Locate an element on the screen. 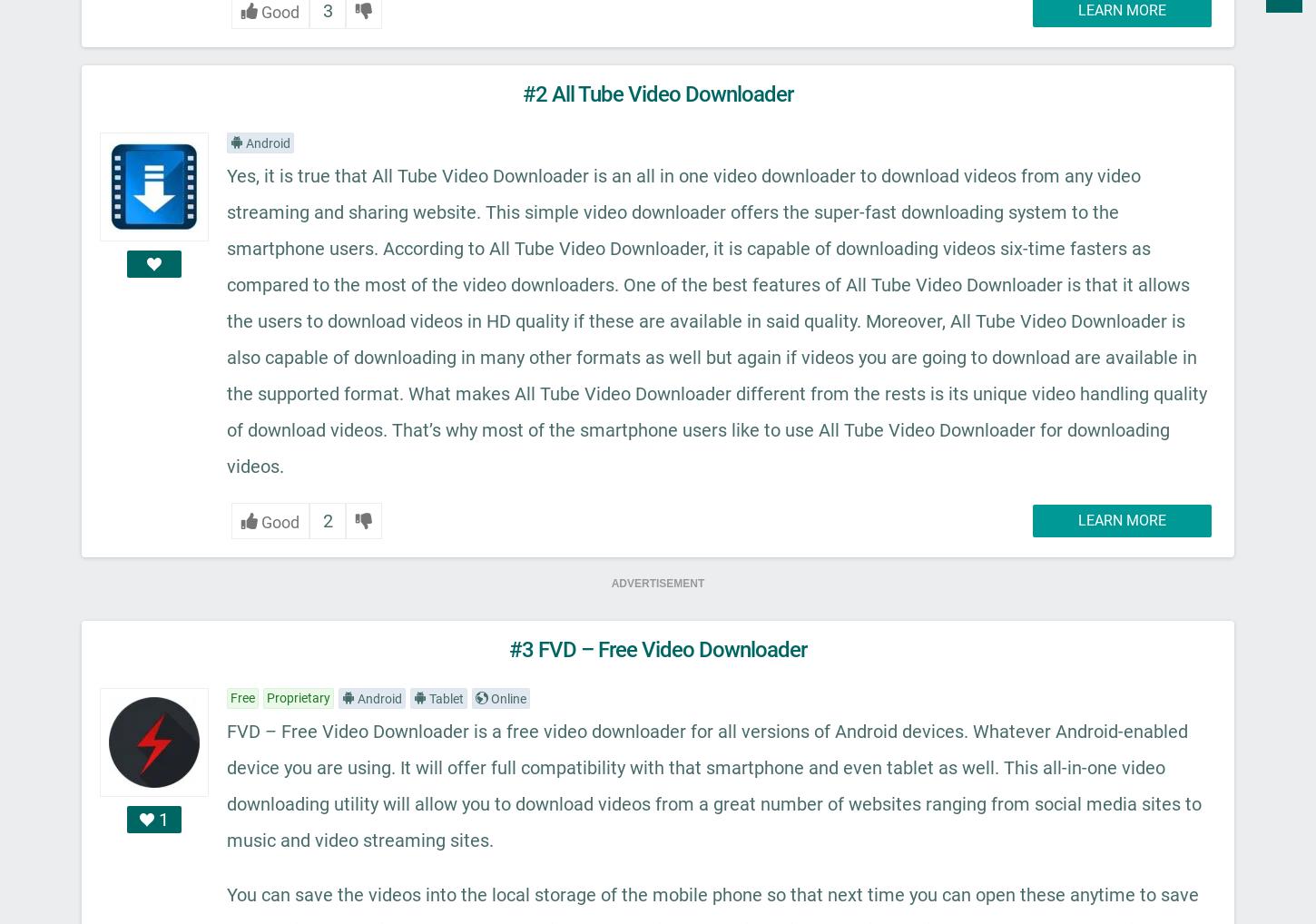 The height and width of the screenshot is (924, 1316). '#3 FVD – Free Video Downloader' is located at coordinates (658, 648).